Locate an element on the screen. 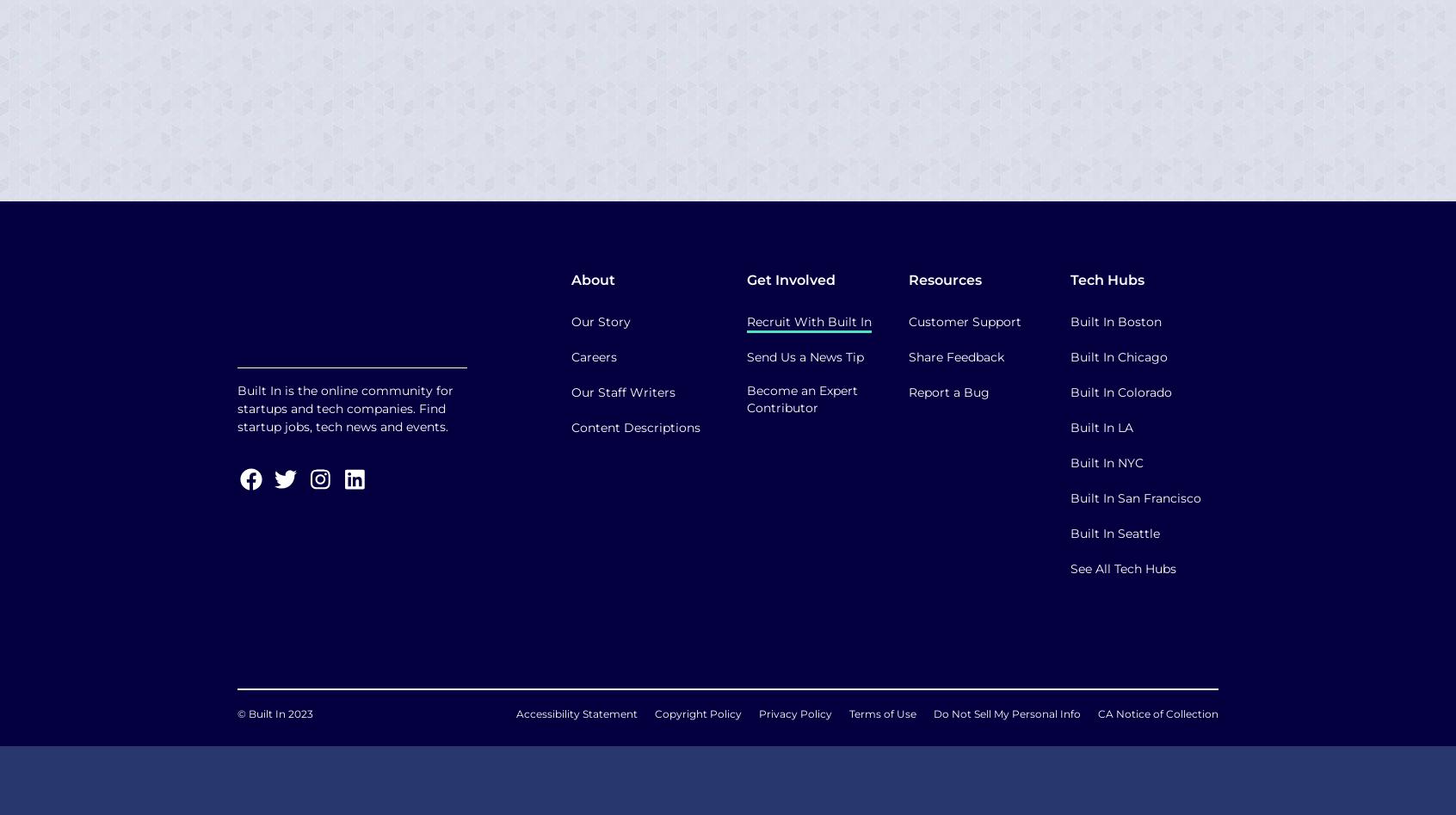  'Careers' is located at coordinates (571, 356).